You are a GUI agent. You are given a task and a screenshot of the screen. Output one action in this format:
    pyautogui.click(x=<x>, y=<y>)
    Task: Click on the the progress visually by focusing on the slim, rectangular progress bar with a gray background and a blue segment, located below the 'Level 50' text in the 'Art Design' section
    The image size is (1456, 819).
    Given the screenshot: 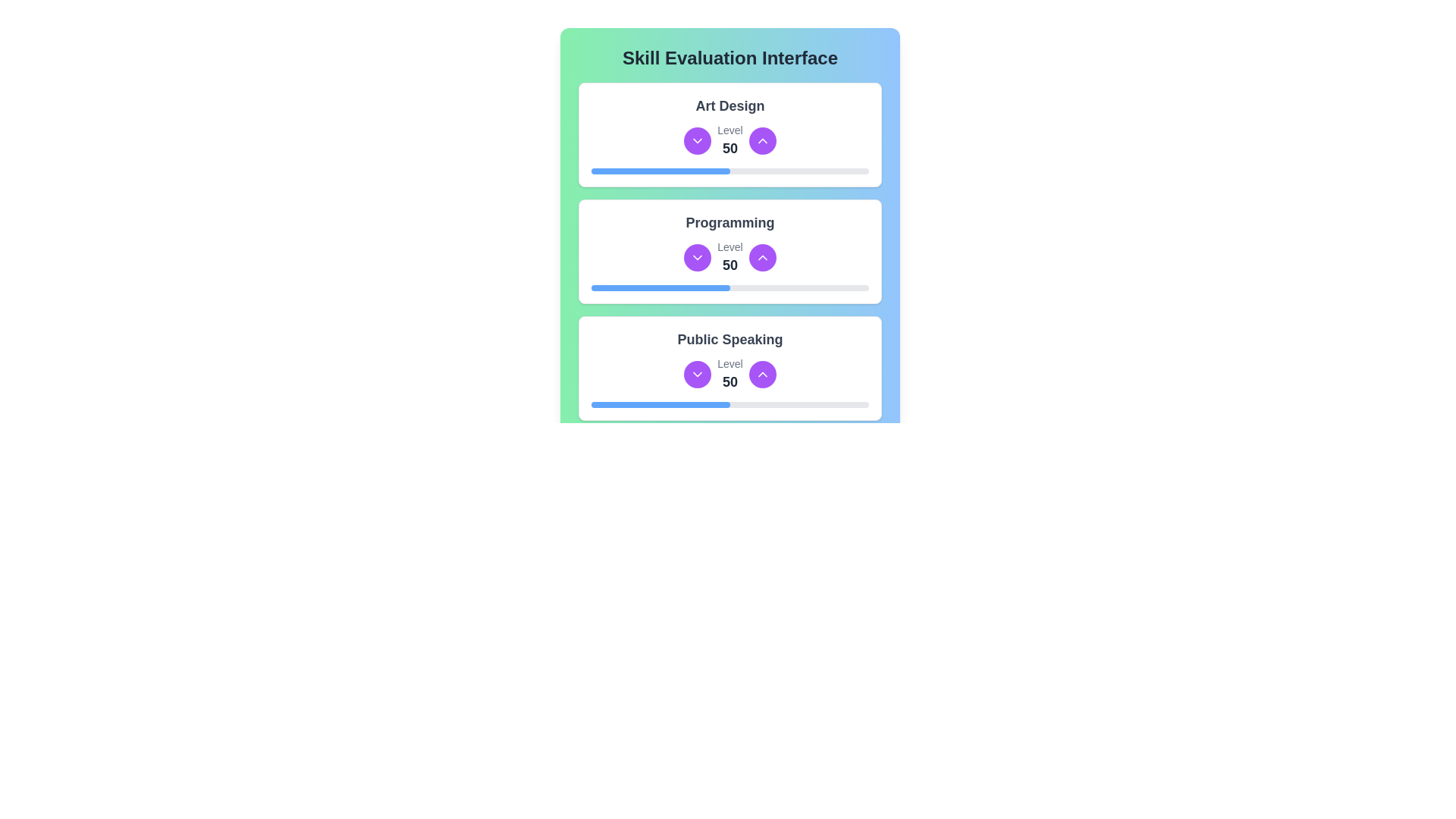 What is the action you would take?
    pyautogui.click(x=730, y=171)
    